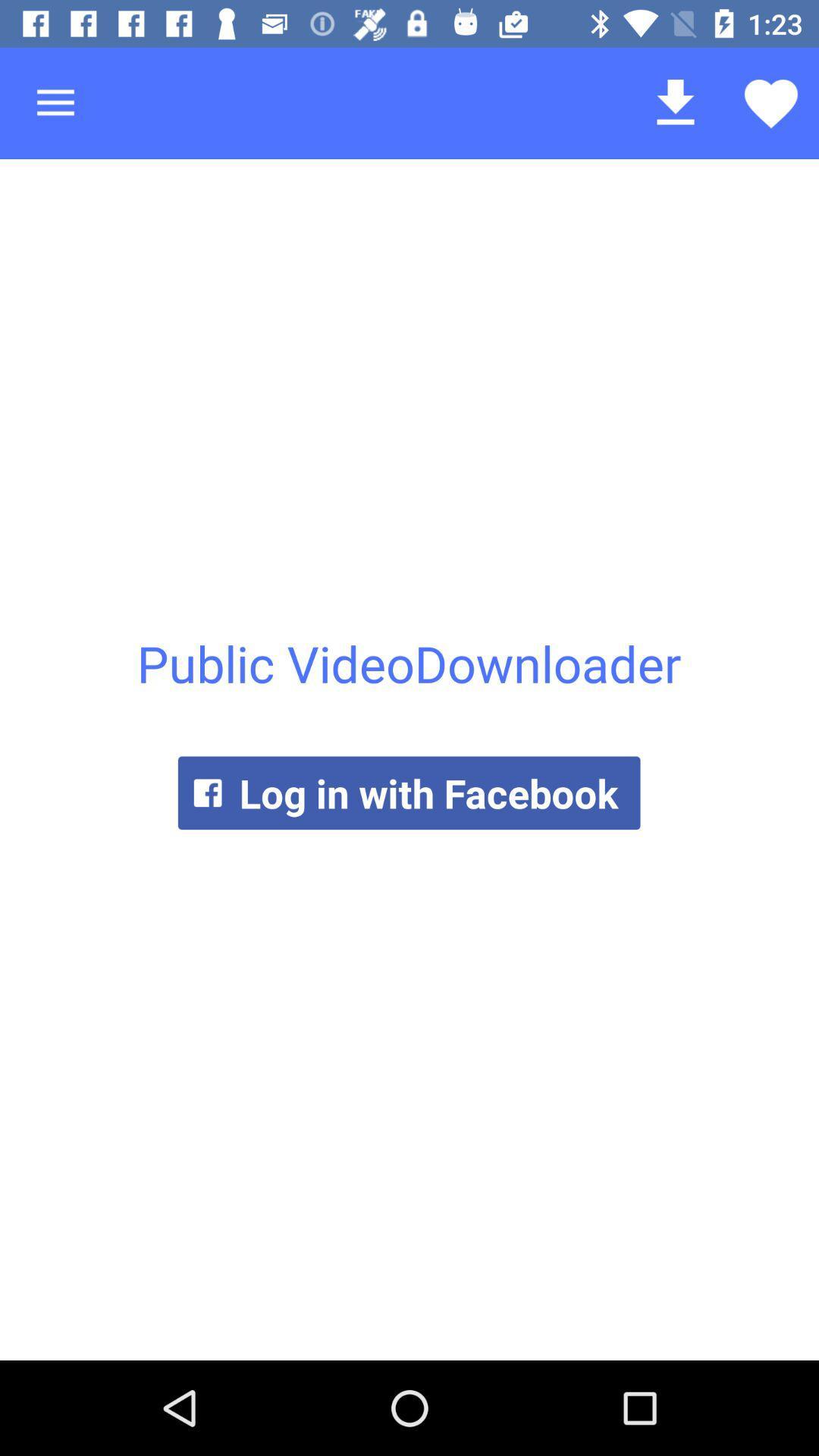 Image resolution: width=819 pixels, height=1456 pixels. Describe the element at coordinates (55, 102) in the screenshot. I see `icon at the top left corner` at that location.